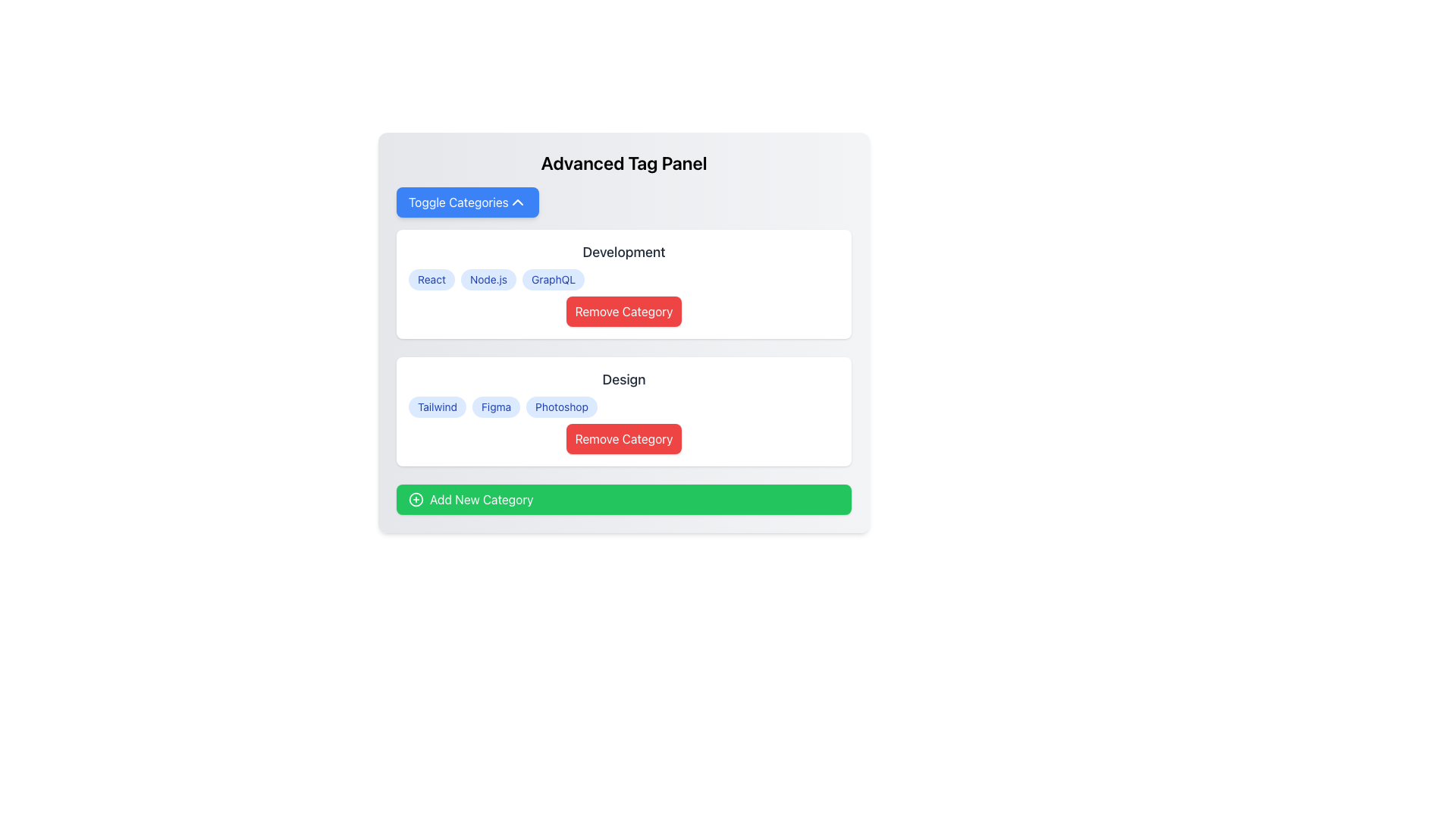 The width and height of the screenshot is (1456, 819). Describe the element at coordinates (416, 500) in the screenshot. I see `the decorative SVG Circle that enhances the appearance of the green add-category button located in the footer action section` at that location.